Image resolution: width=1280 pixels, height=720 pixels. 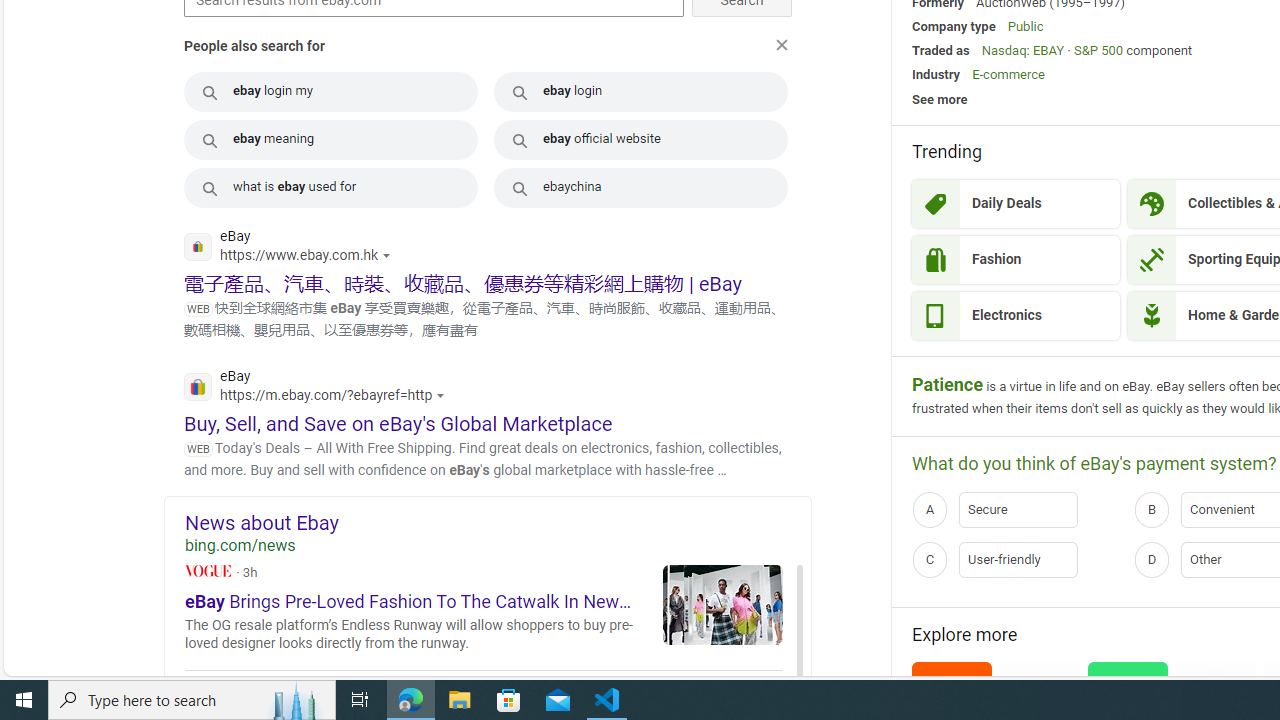 I want to click on 'Daily Deals', so click(x=1015, y=204).